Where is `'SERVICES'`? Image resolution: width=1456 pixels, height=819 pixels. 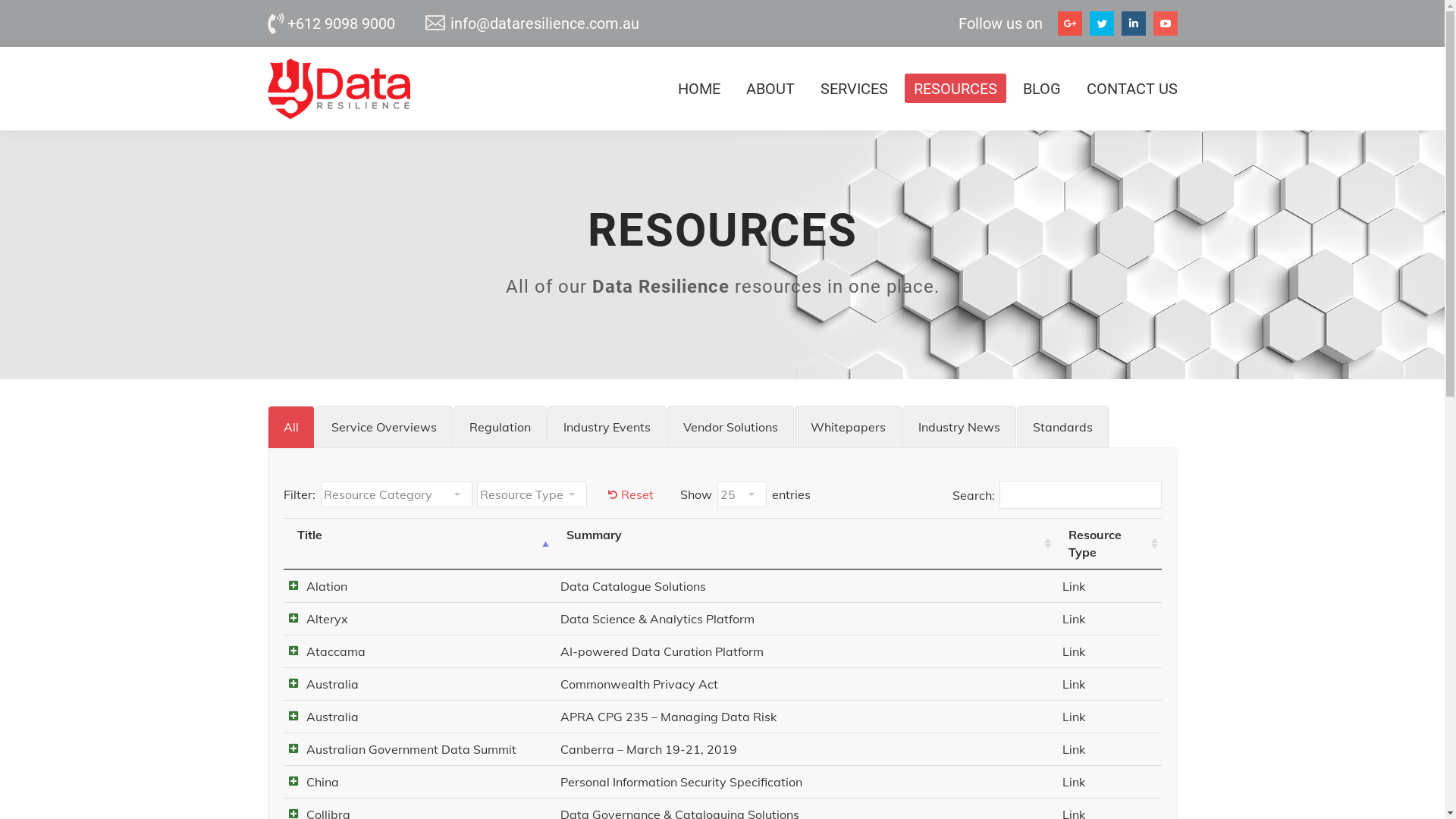 'SERVICES' is located at coordinates (811, 88).